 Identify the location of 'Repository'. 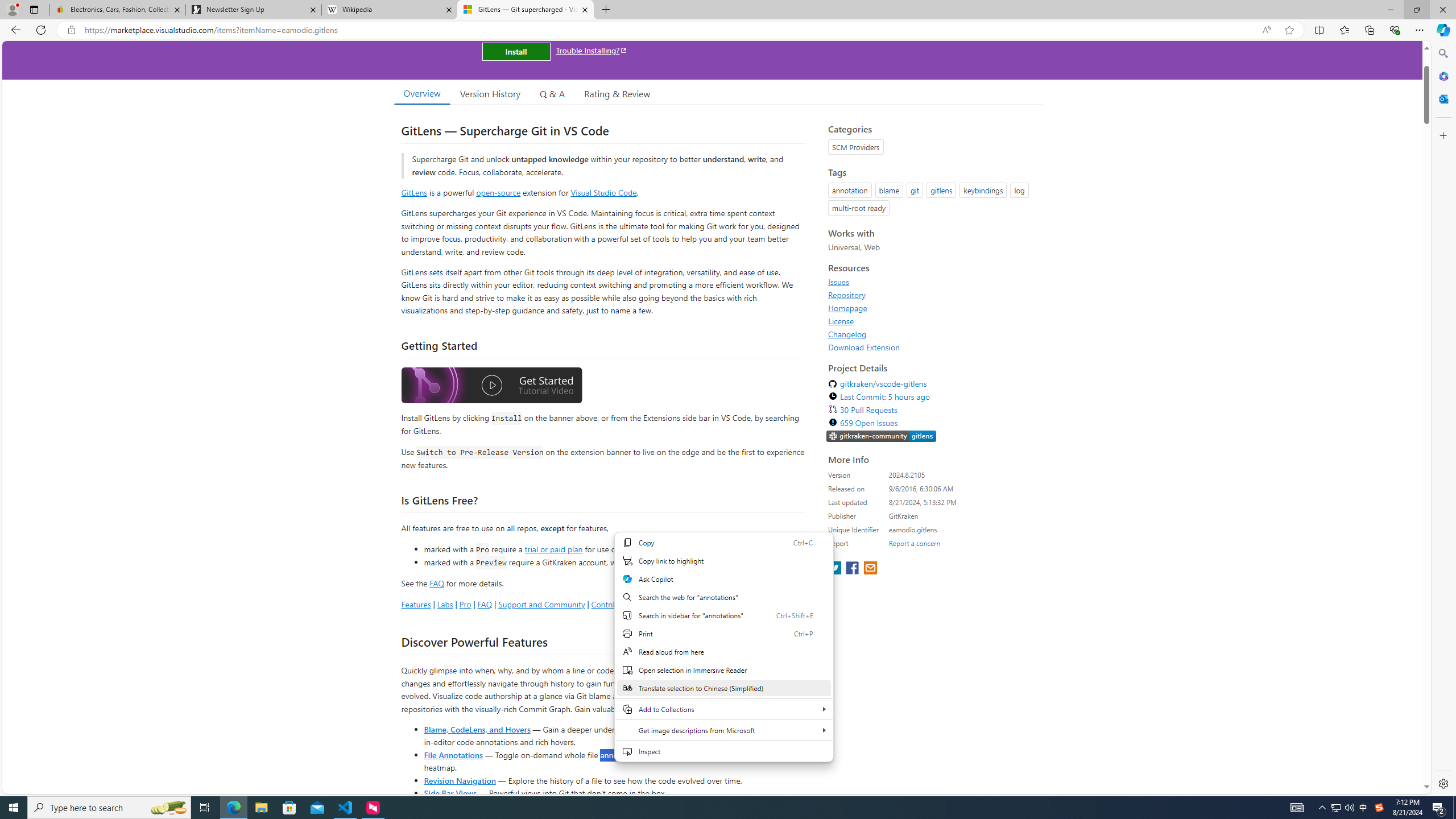
(932, 294).